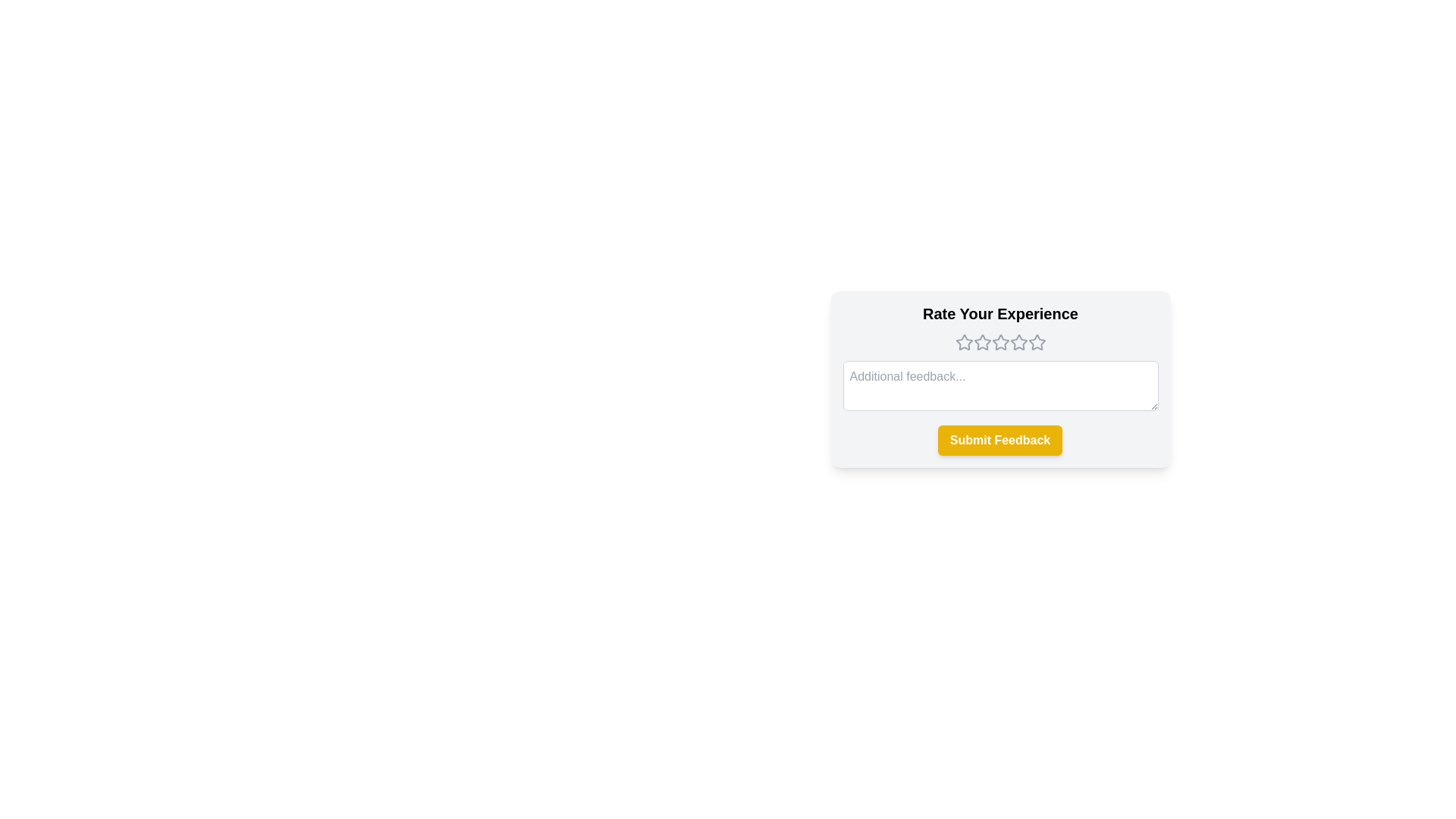 The image size is (1456, 819). What do you see at coordinates (1000, 342) in the screenshot?
I see `the fourth star icon in the rating mechanism` at bounding box center [1000, 342].